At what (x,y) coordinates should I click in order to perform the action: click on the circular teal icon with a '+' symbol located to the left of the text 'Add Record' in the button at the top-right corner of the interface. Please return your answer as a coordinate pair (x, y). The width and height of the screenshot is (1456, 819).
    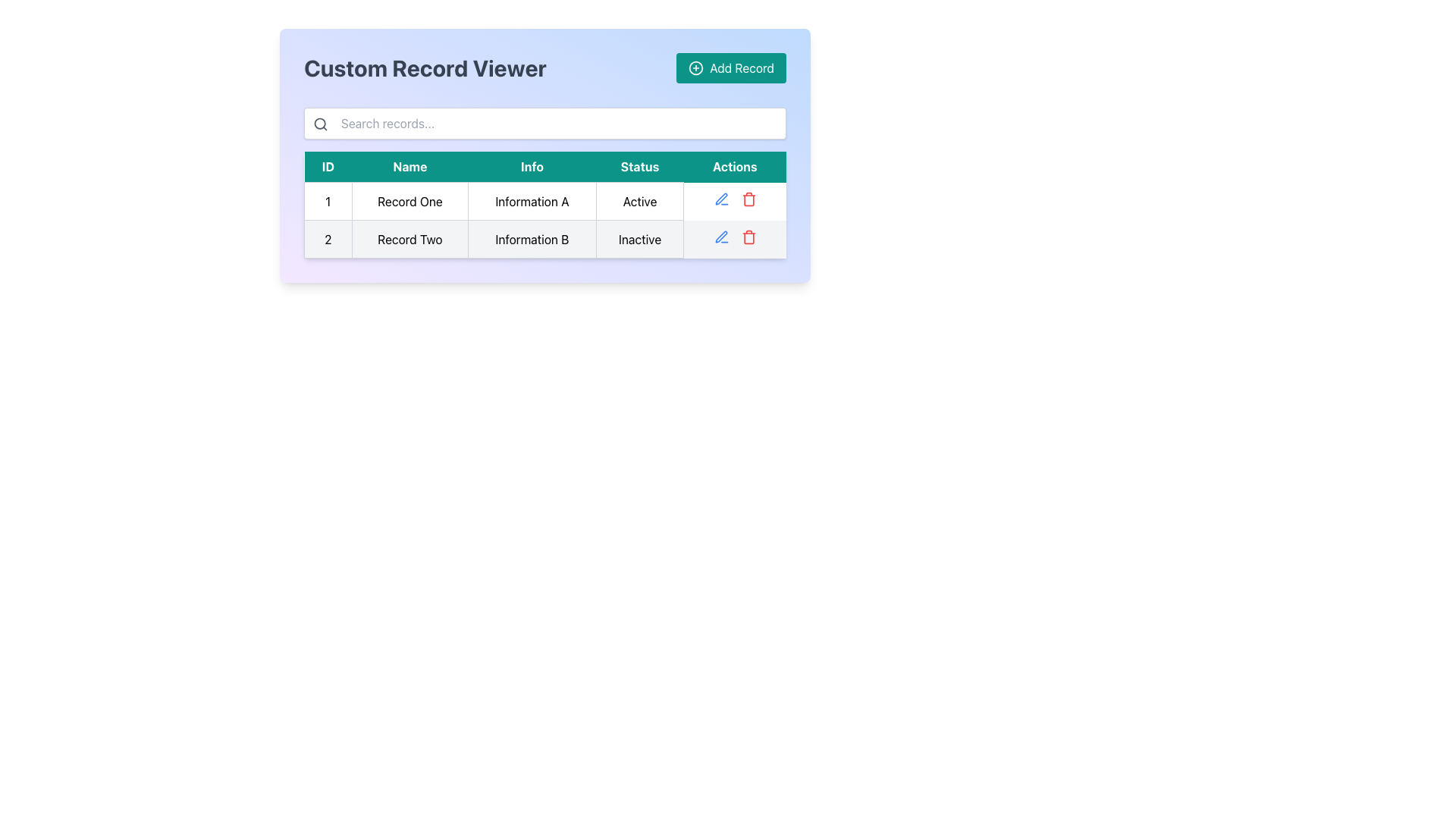
    Looking at the image, I should click on (695, 67).